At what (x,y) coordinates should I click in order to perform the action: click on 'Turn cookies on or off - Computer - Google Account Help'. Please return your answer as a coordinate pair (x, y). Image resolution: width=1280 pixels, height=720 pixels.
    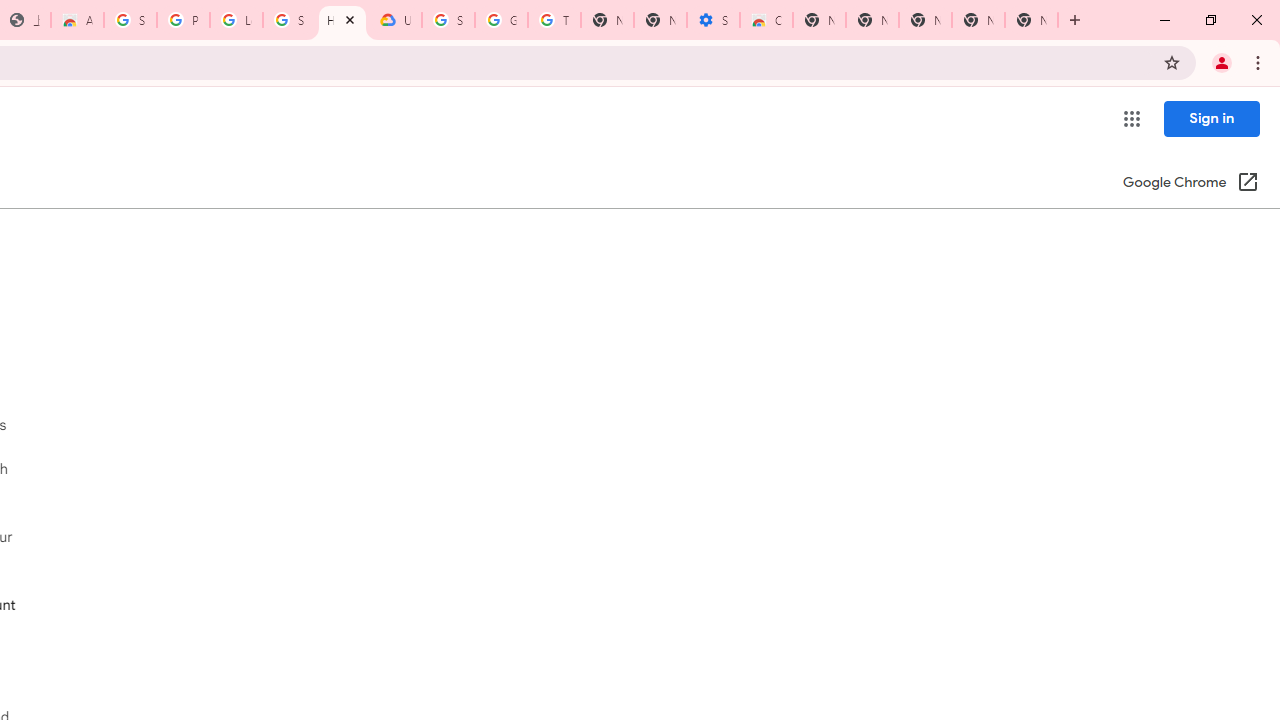
    Looking at the image, I should click on (554, 20).